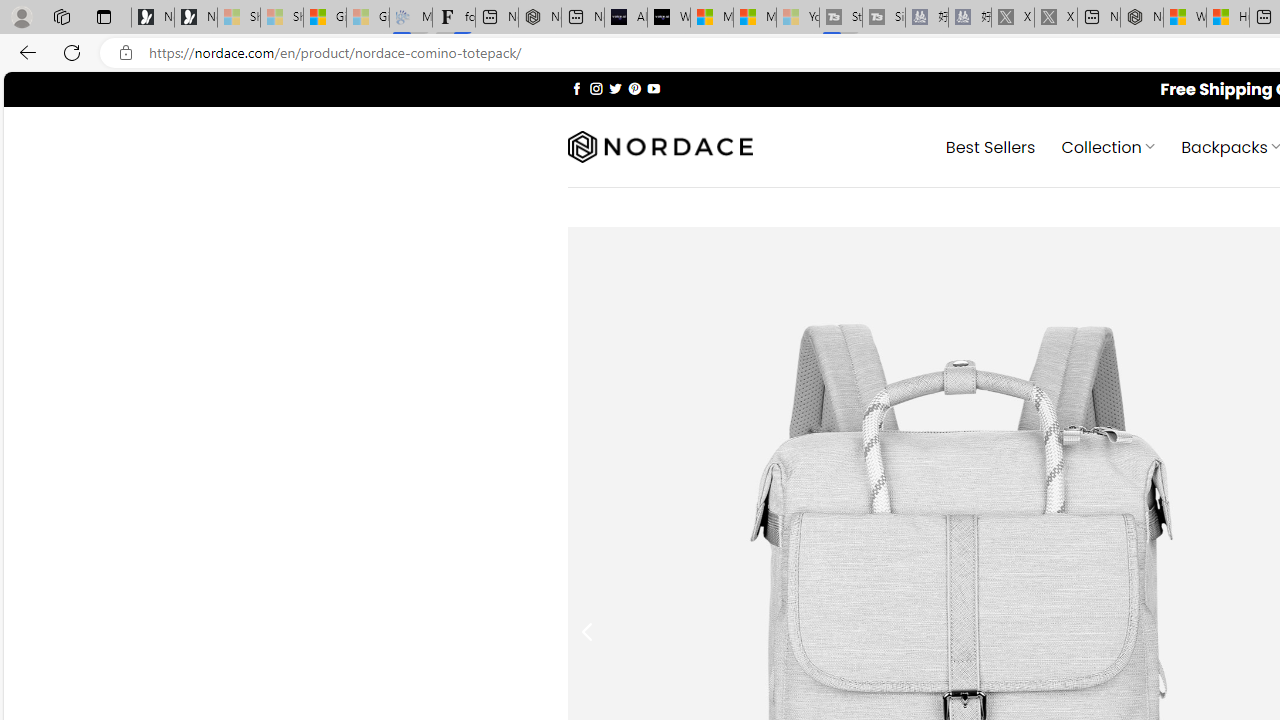 This screenshot has width=1280, height=720. I want to click on 'Nordace - #1 Japanese Best-Seller - Siena Smart Backpack', so click(539, 17).